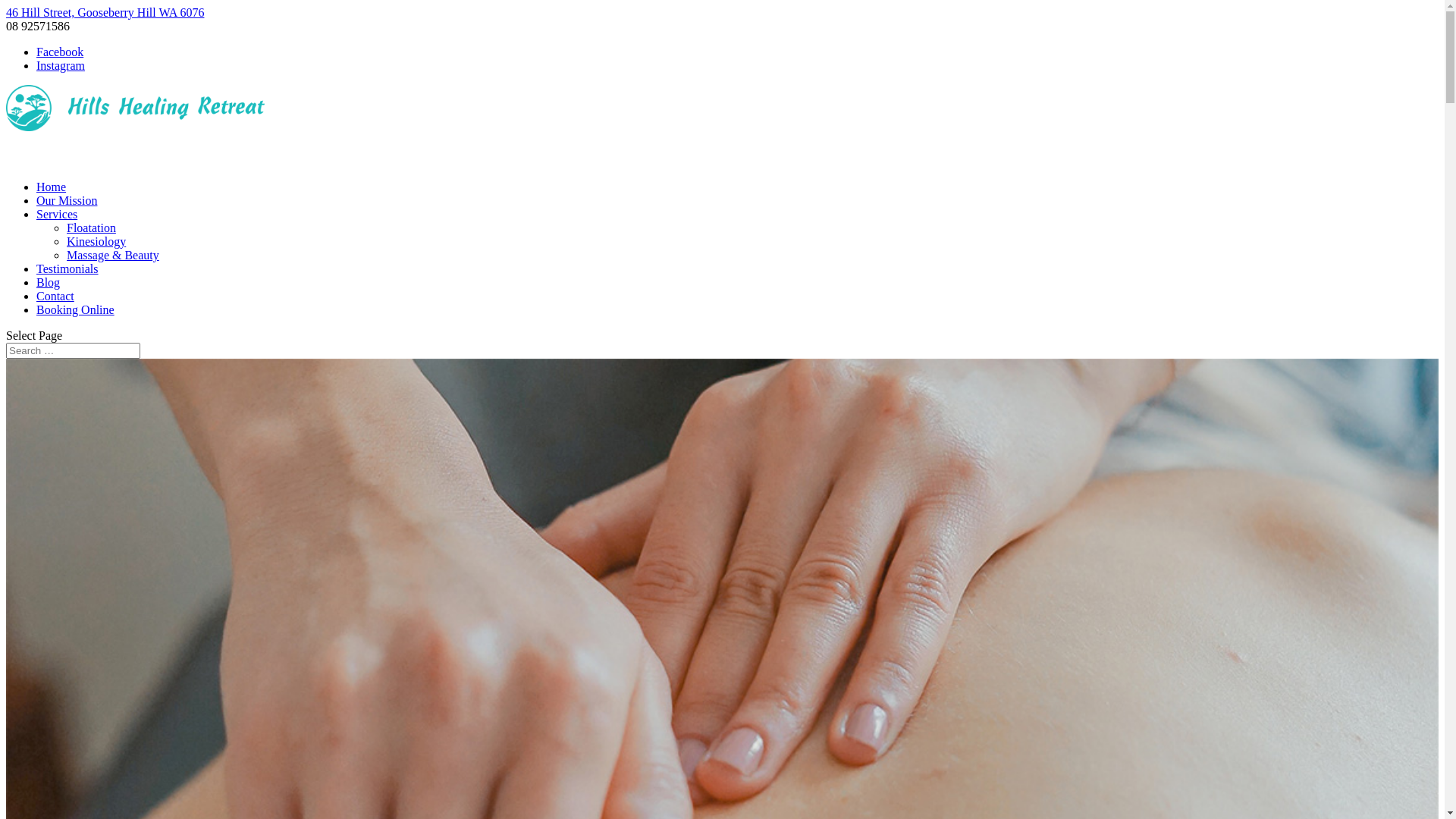 The width and height of the screenshot is (1456, 819). Describe the element at coordinates (59, 51) in the screenshot. I see `'Facebook'` at that location.